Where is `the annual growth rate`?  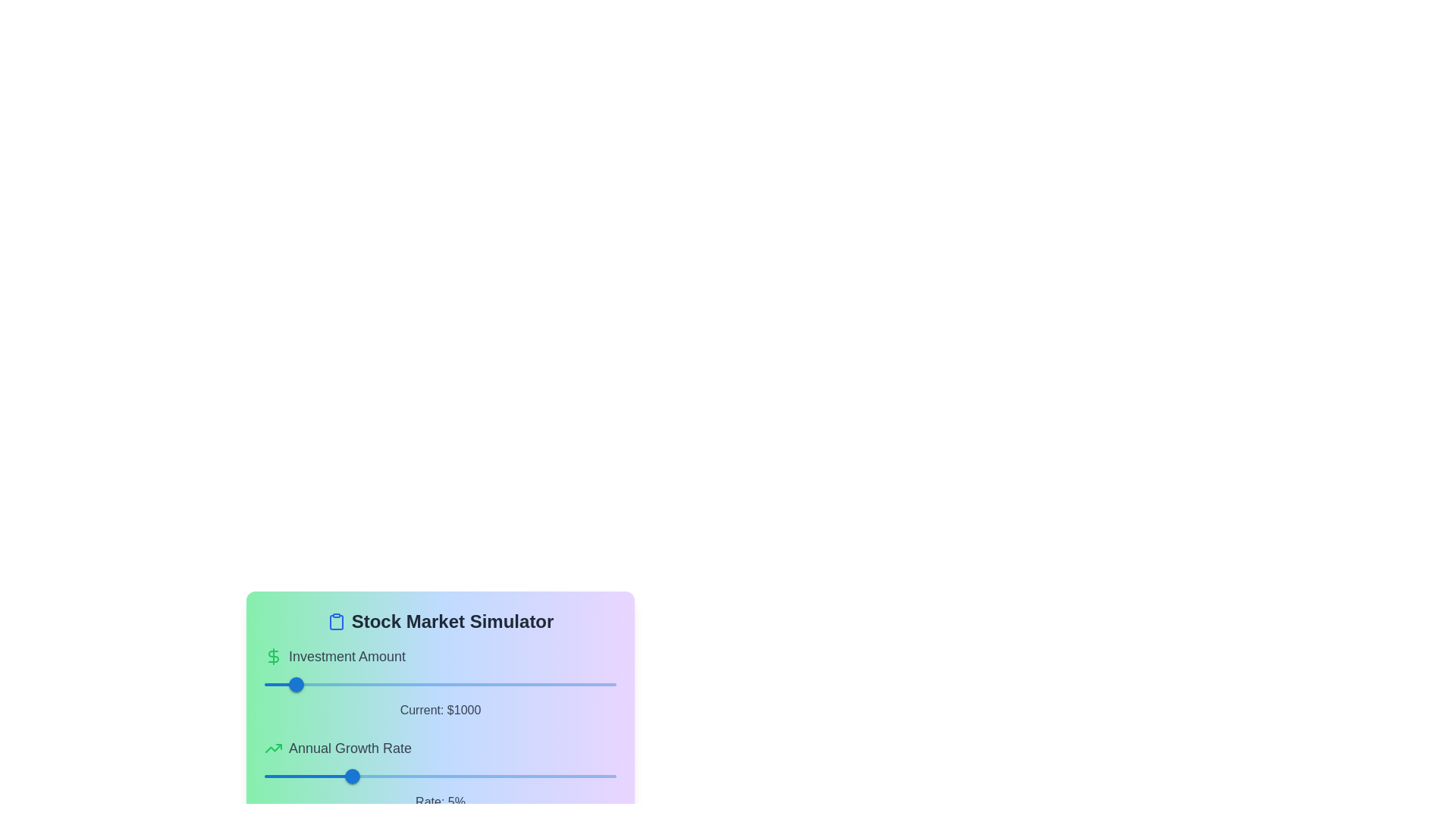 the annual growth rate is located at coordinates (447, 776).